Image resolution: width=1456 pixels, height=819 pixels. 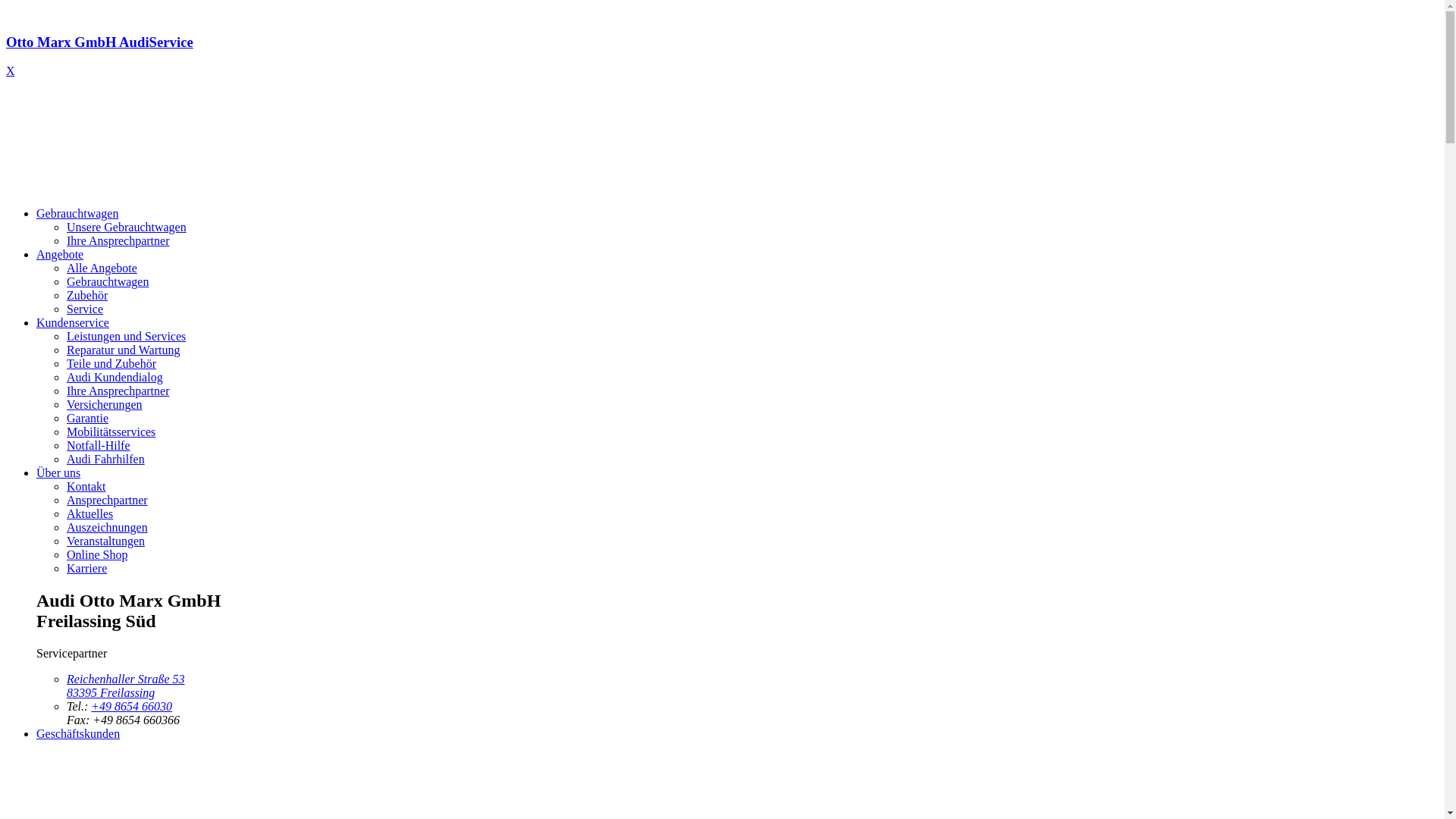 What do you see at coordinates (86, 568) in the screenshot?
I see `'Karriere'` at bounding box center [86, 568].